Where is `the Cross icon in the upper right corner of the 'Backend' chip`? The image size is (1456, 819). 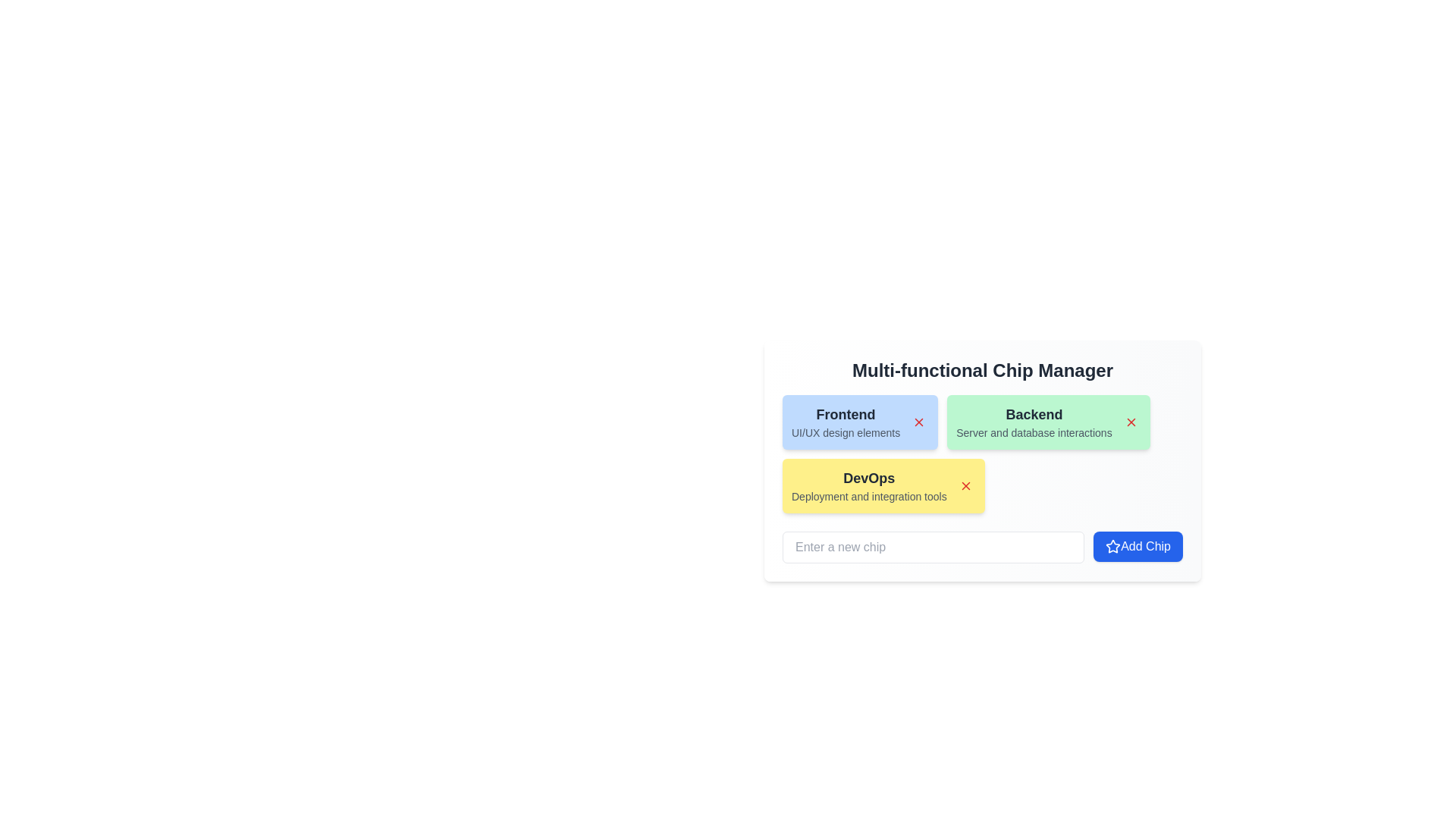 the Cross icon in the upper right corner of the 'Backend' chip is located at coordinates (1131, 422).